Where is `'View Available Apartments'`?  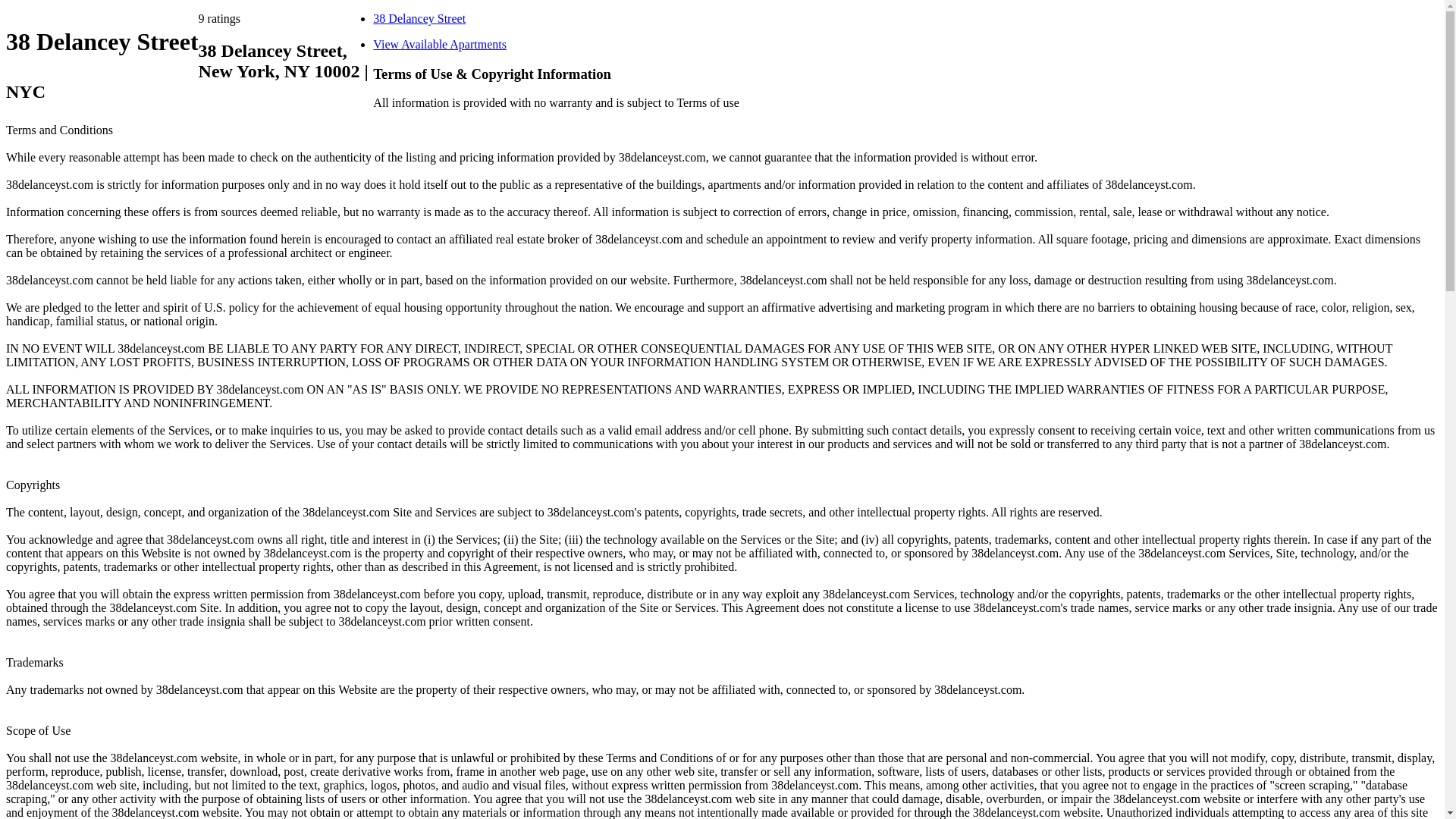 'View Available Apartments' is located at coordinates (439, 43).